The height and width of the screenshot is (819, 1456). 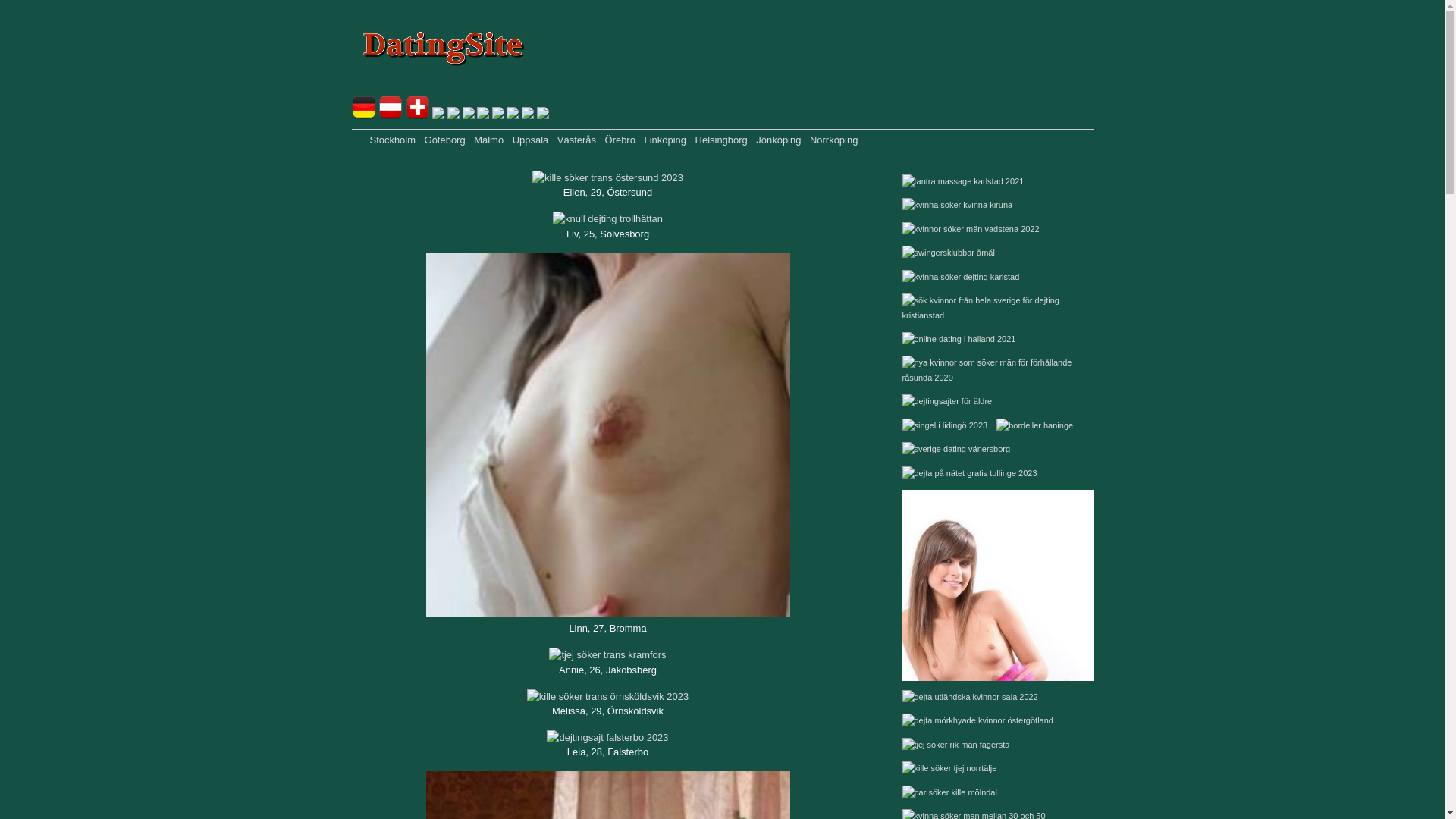 I want to click on 'NO', so click(x=482, y=115).